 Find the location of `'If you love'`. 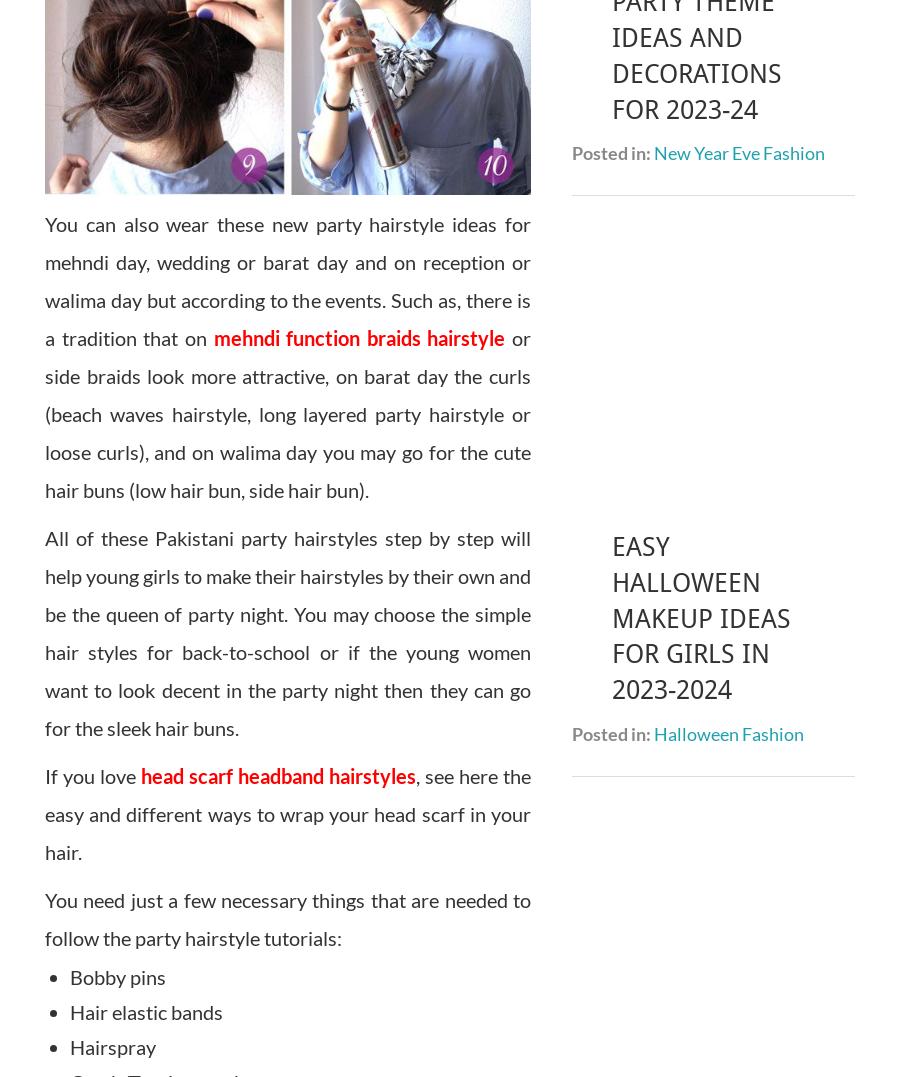

'If you love' is located at coordinates (44, 774).